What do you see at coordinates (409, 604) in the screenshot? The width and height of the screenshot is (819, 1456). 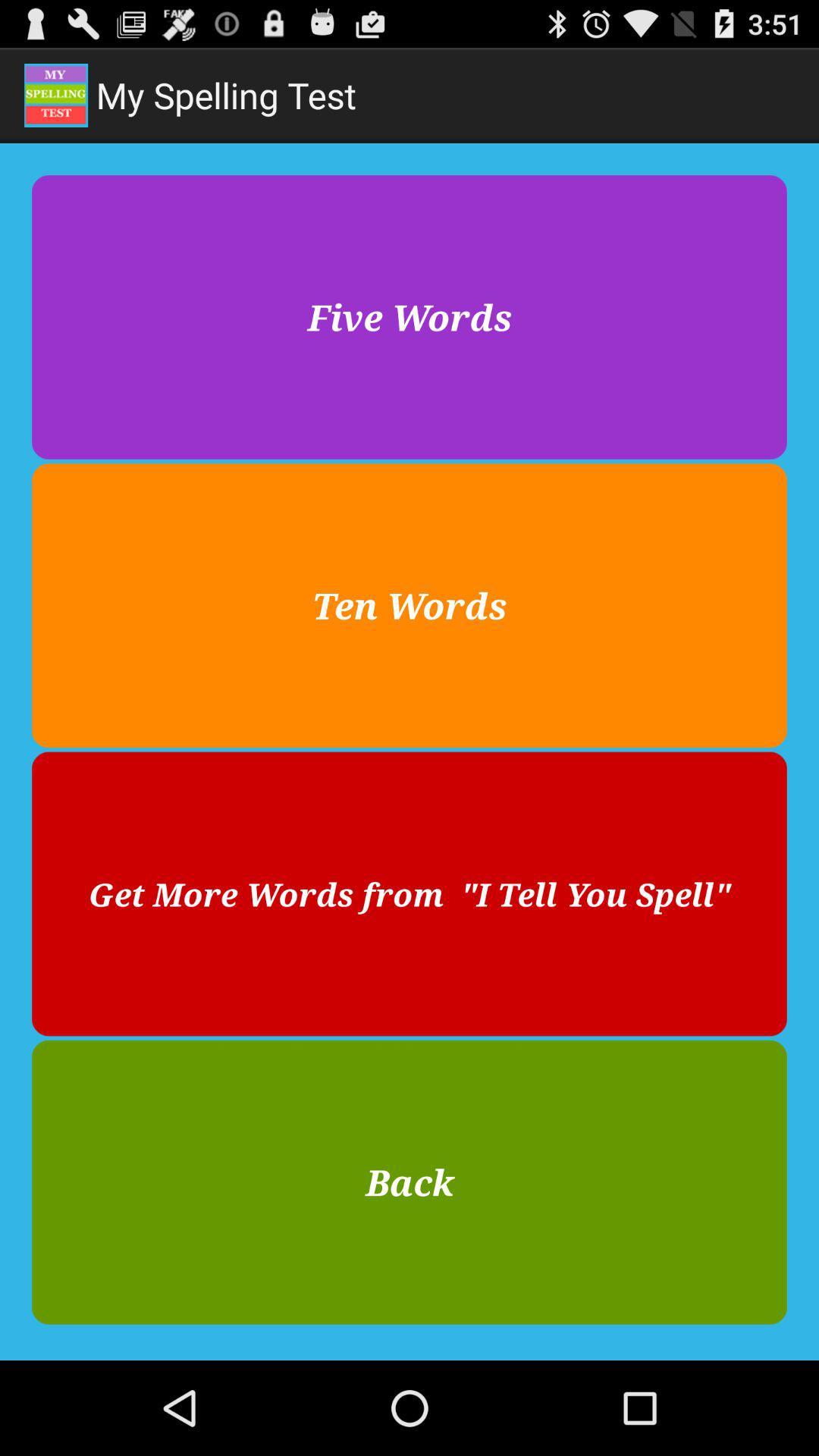 I see `the ten words item` at bounding box center [409, 604].